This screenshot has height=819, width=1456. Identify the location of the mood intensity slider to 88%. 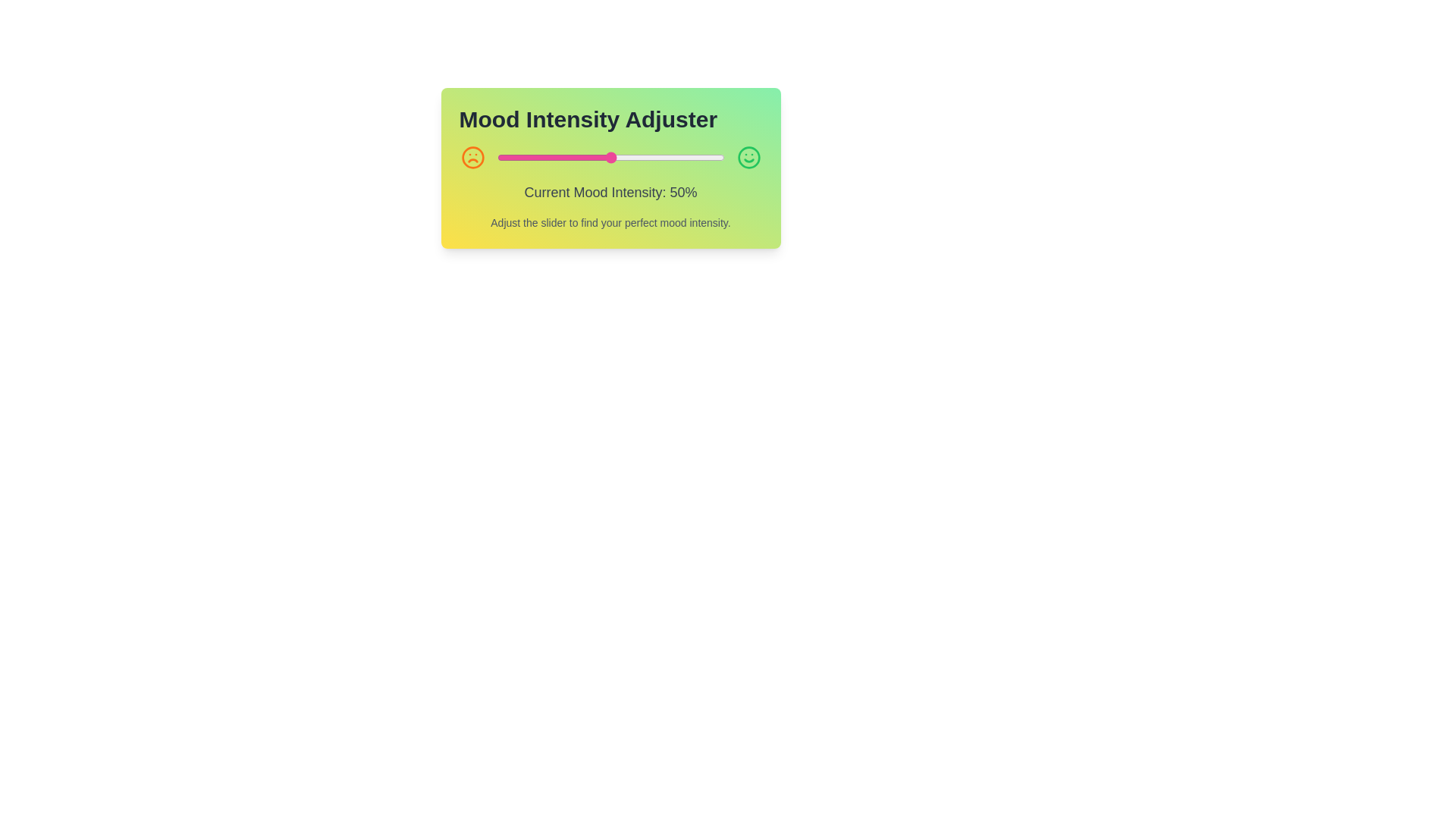
(696, 158).